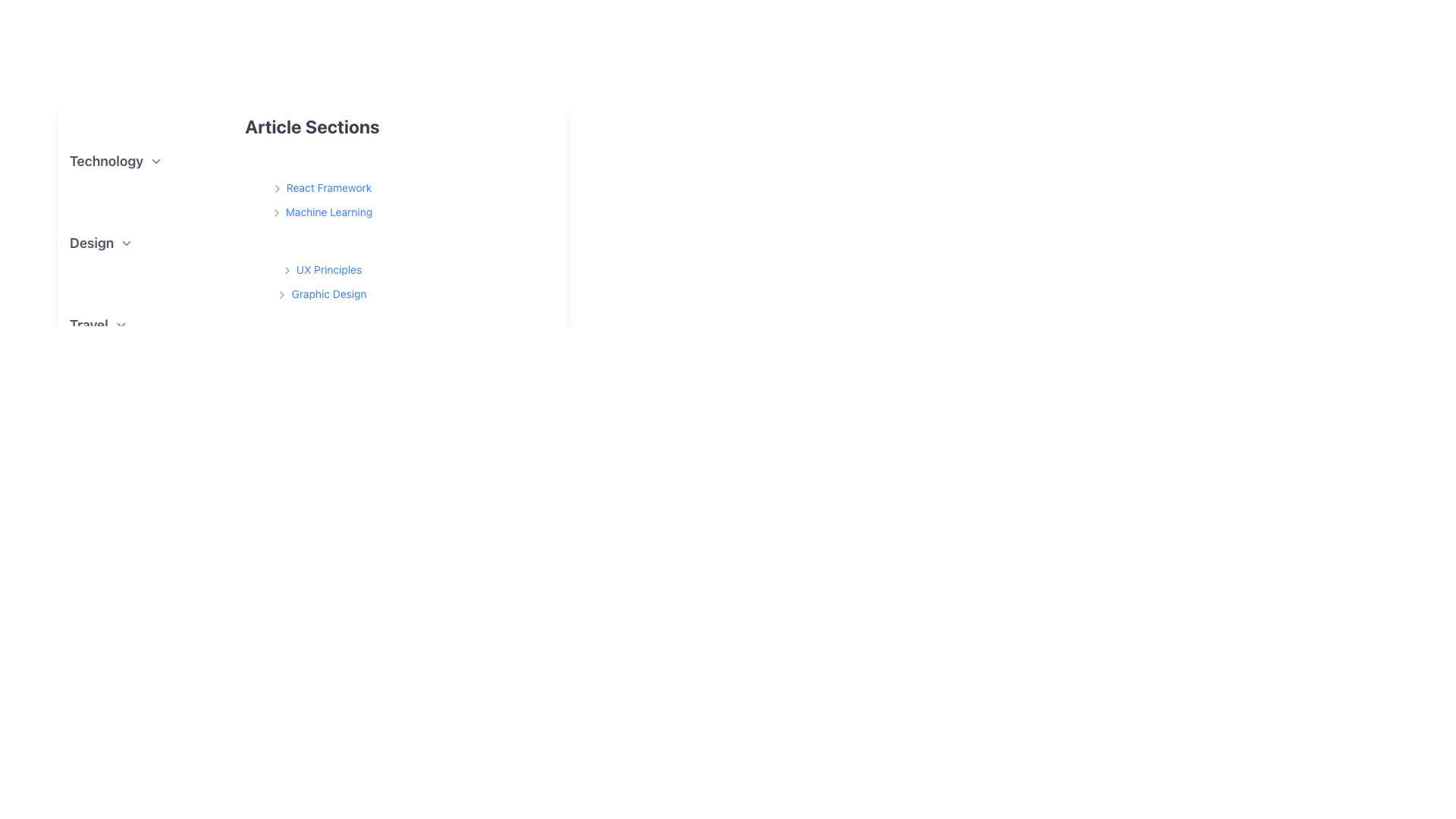  What do you see at coordinates (127, 242) in the screenshot?
I see `the chevron icon located beside the 'Design' label in the left sidebar navigation area` at bounding box center [127, 242].